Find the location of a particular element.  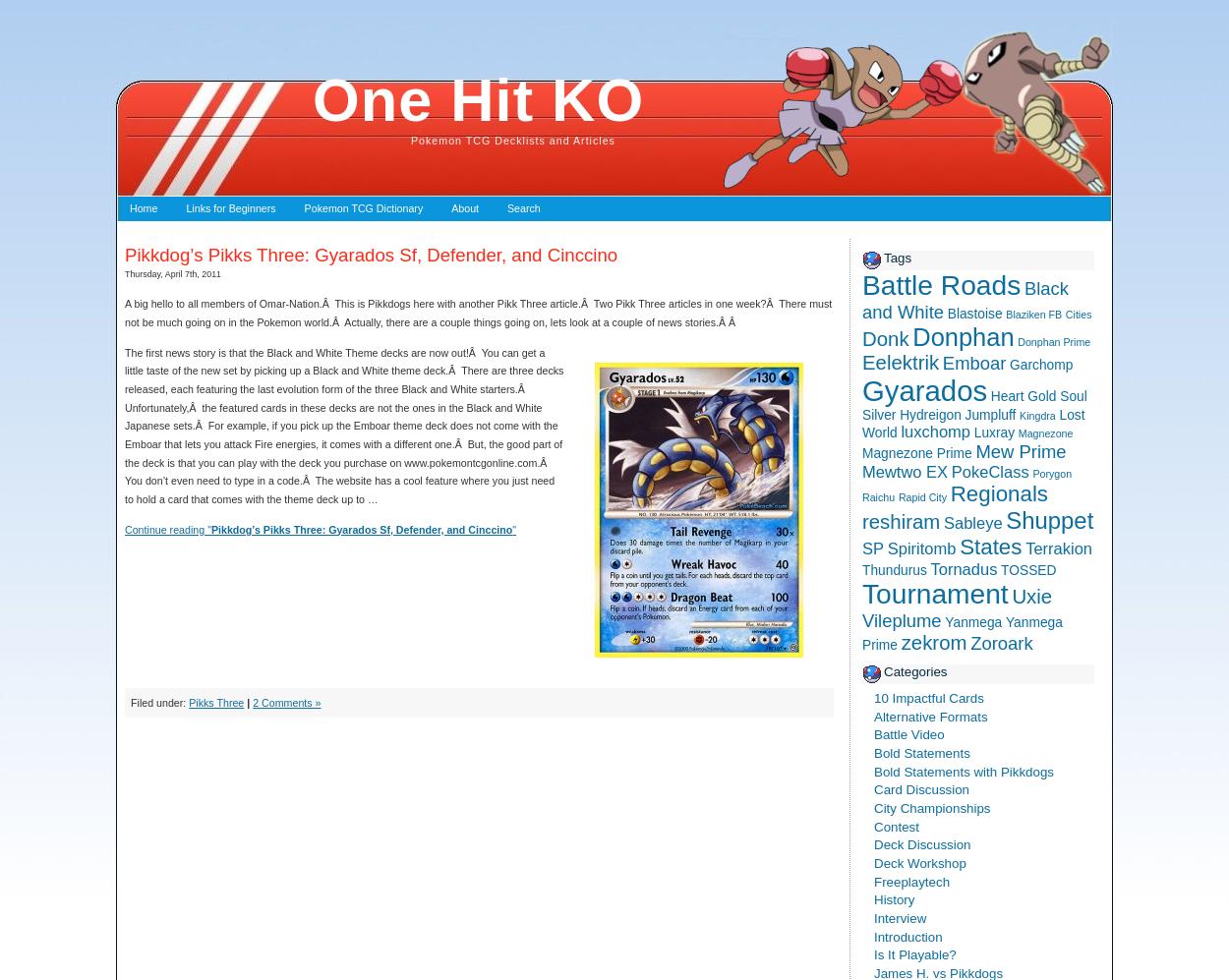

'About' is located at coordinates (464, 207).